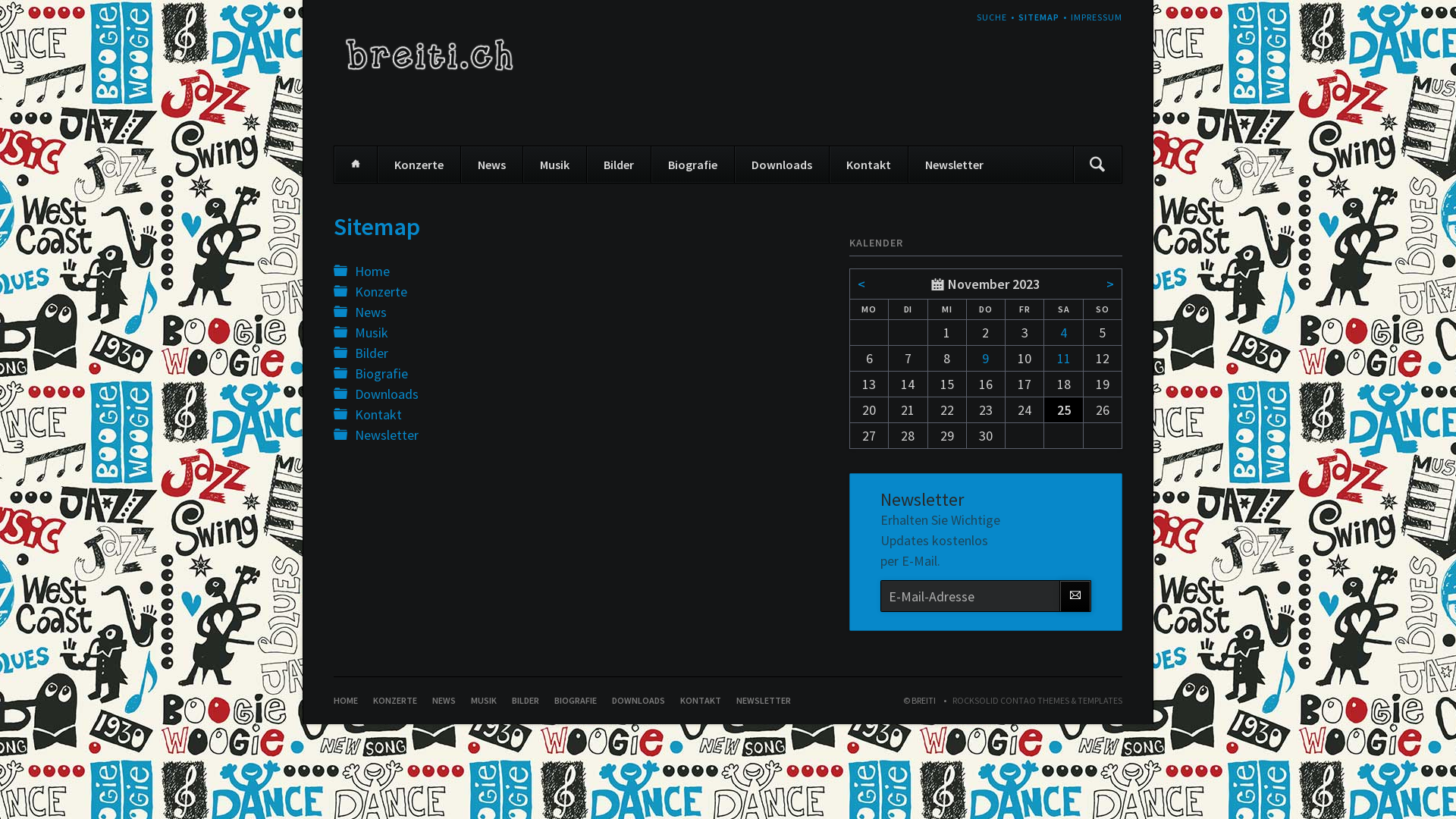  I want to click on 'Newsletter', so click(386, 435).